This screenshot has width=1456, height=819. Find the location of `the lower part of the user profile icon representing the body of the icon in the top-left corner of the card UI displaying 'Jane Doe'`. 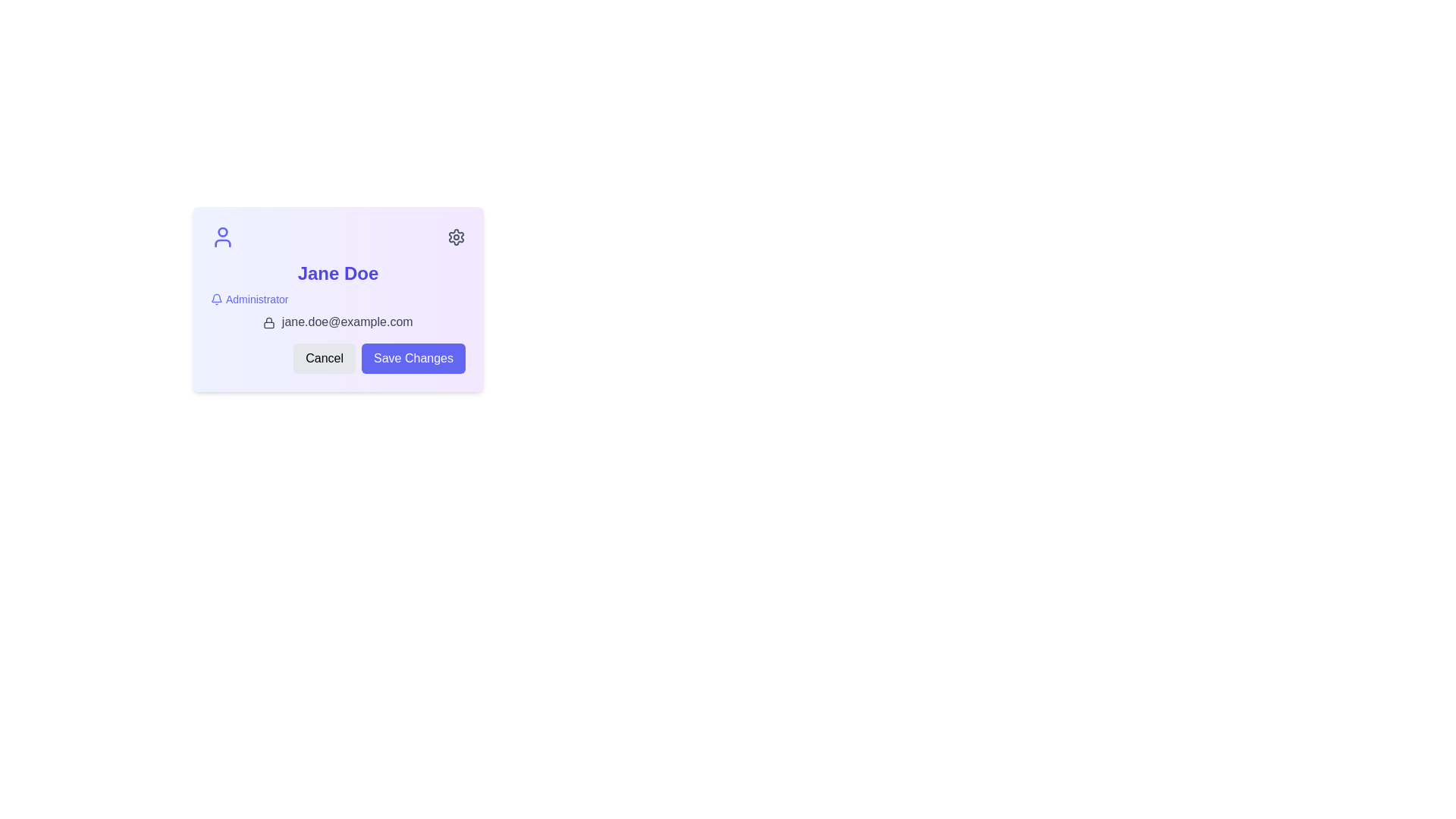

the lower part of the user profile icon representing the body of the icon in the top-left corner of the card UI displaying 'Jane Doe' is located at coordinates (221, 242).